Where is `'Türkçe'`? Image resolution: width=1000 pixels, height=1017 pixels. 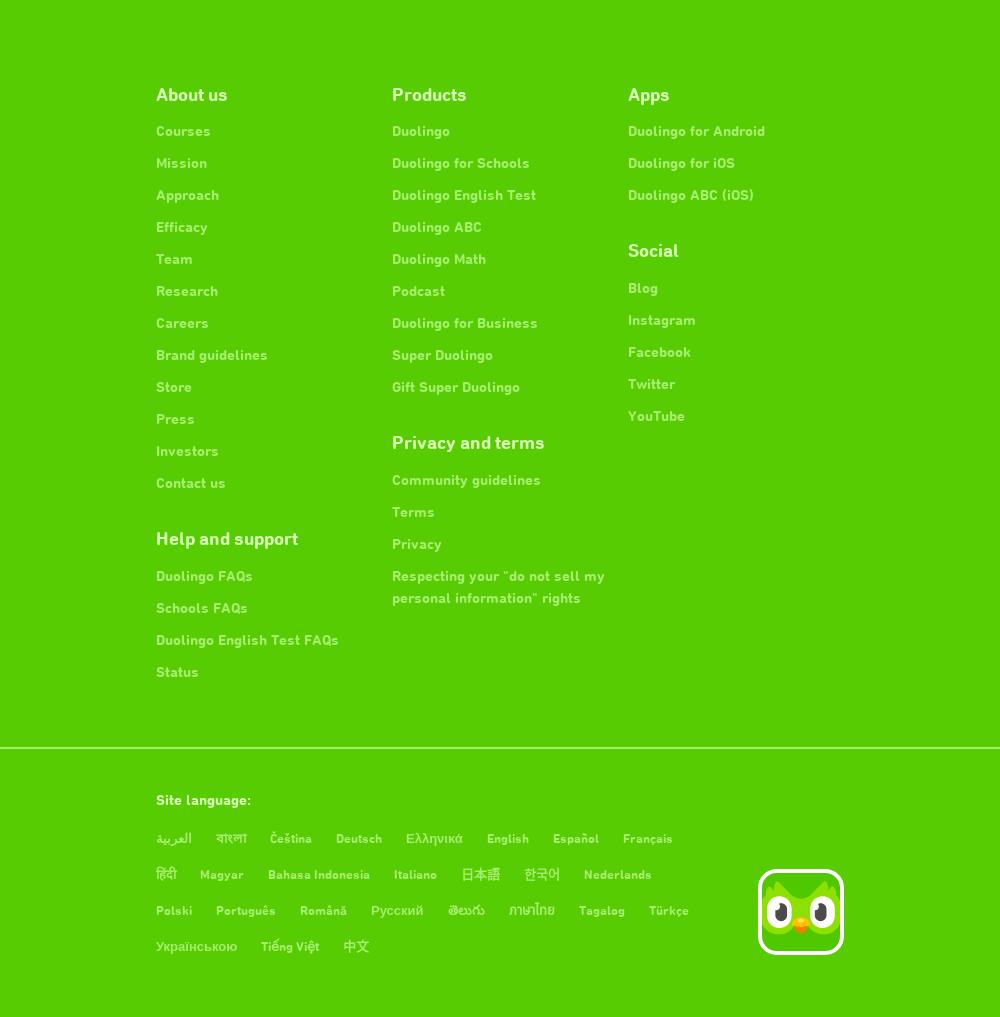 'Türkçe' is located at coordinates (668, 909).